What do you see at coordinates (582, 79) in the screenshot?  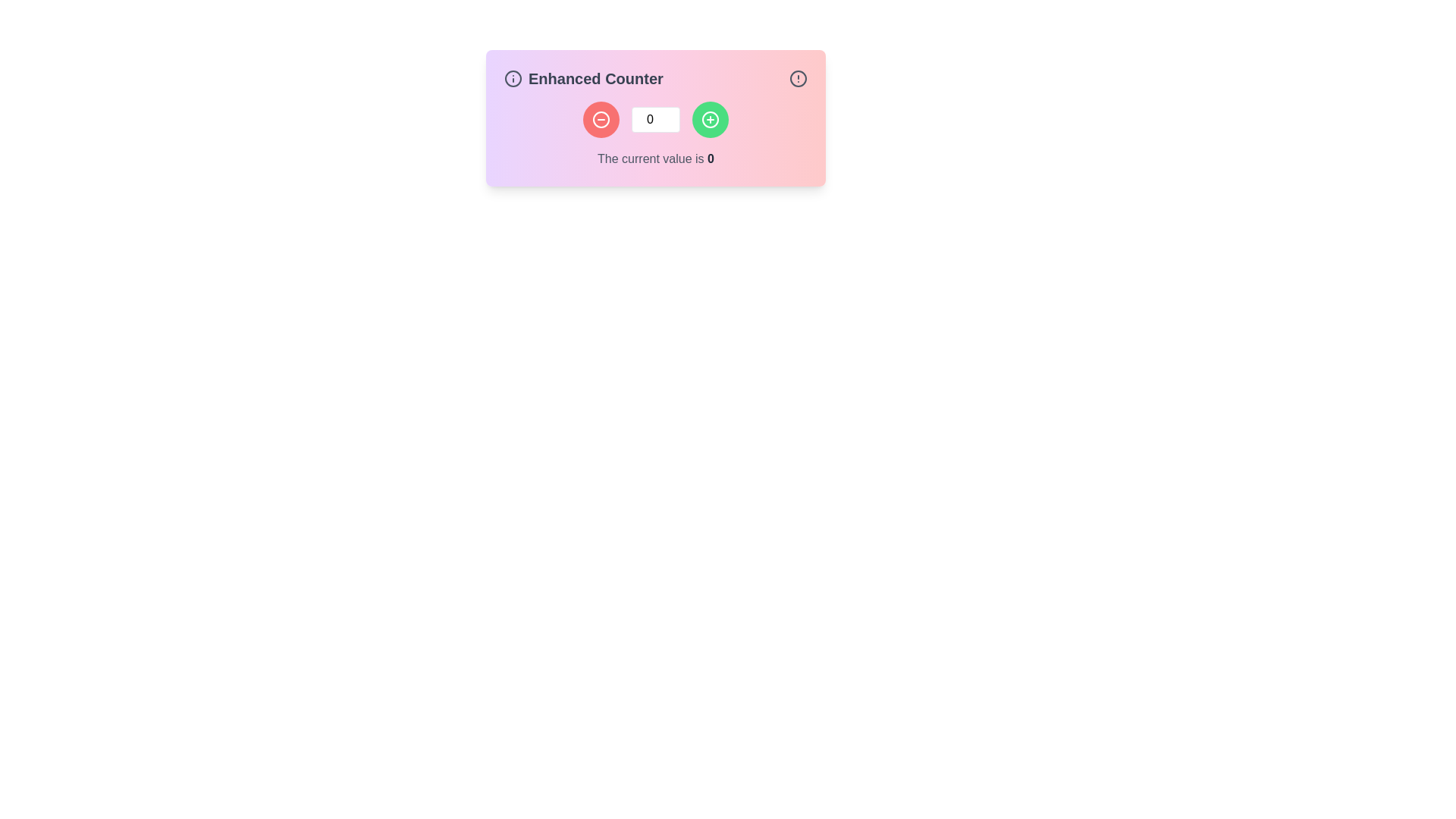 I see `'Enhanced Counter' text label located near the top left of the panel, adjacent to the info icon` at bounding box center [582, 79].